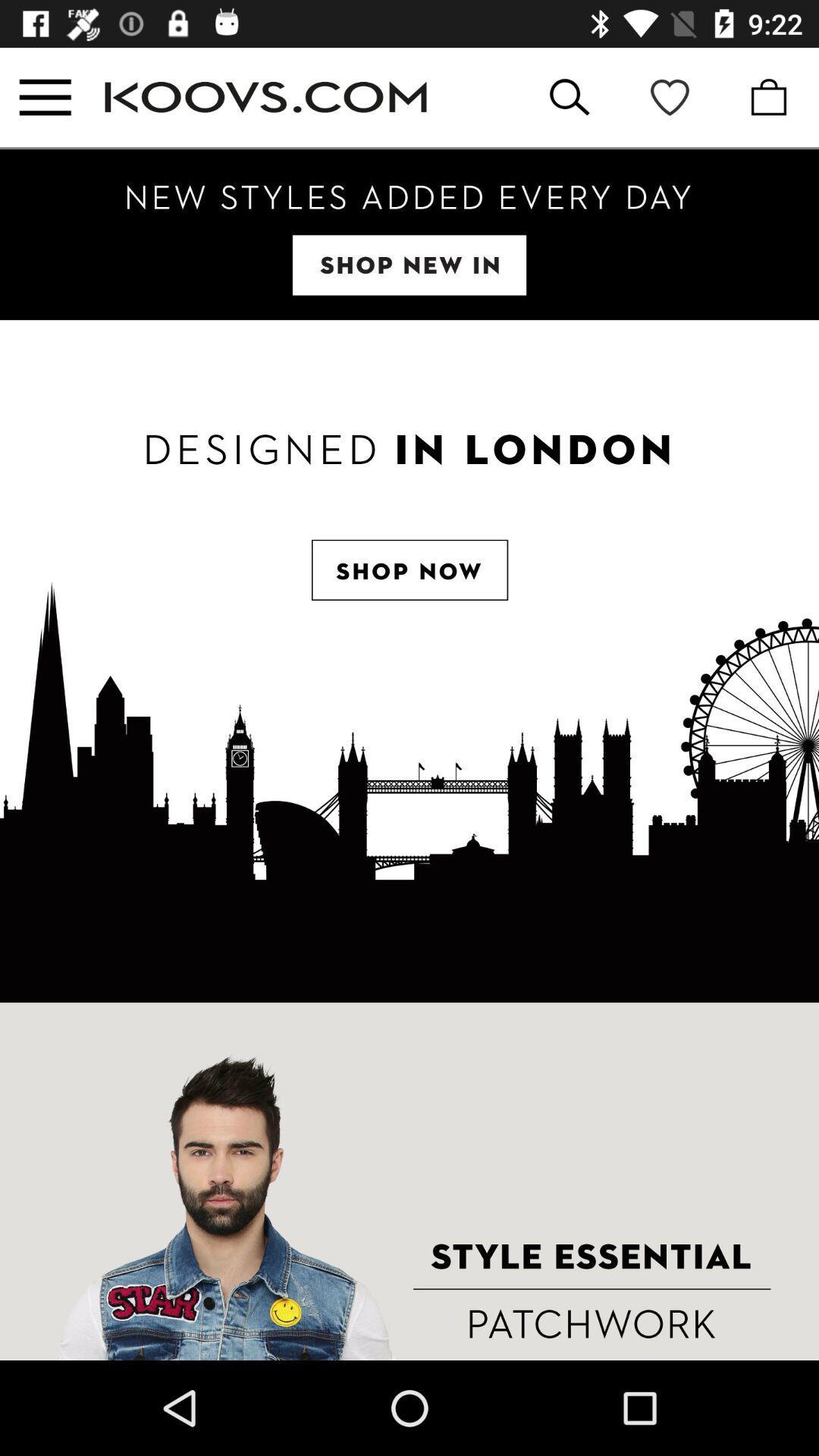  I want to click on main menu, so click(44, 96).